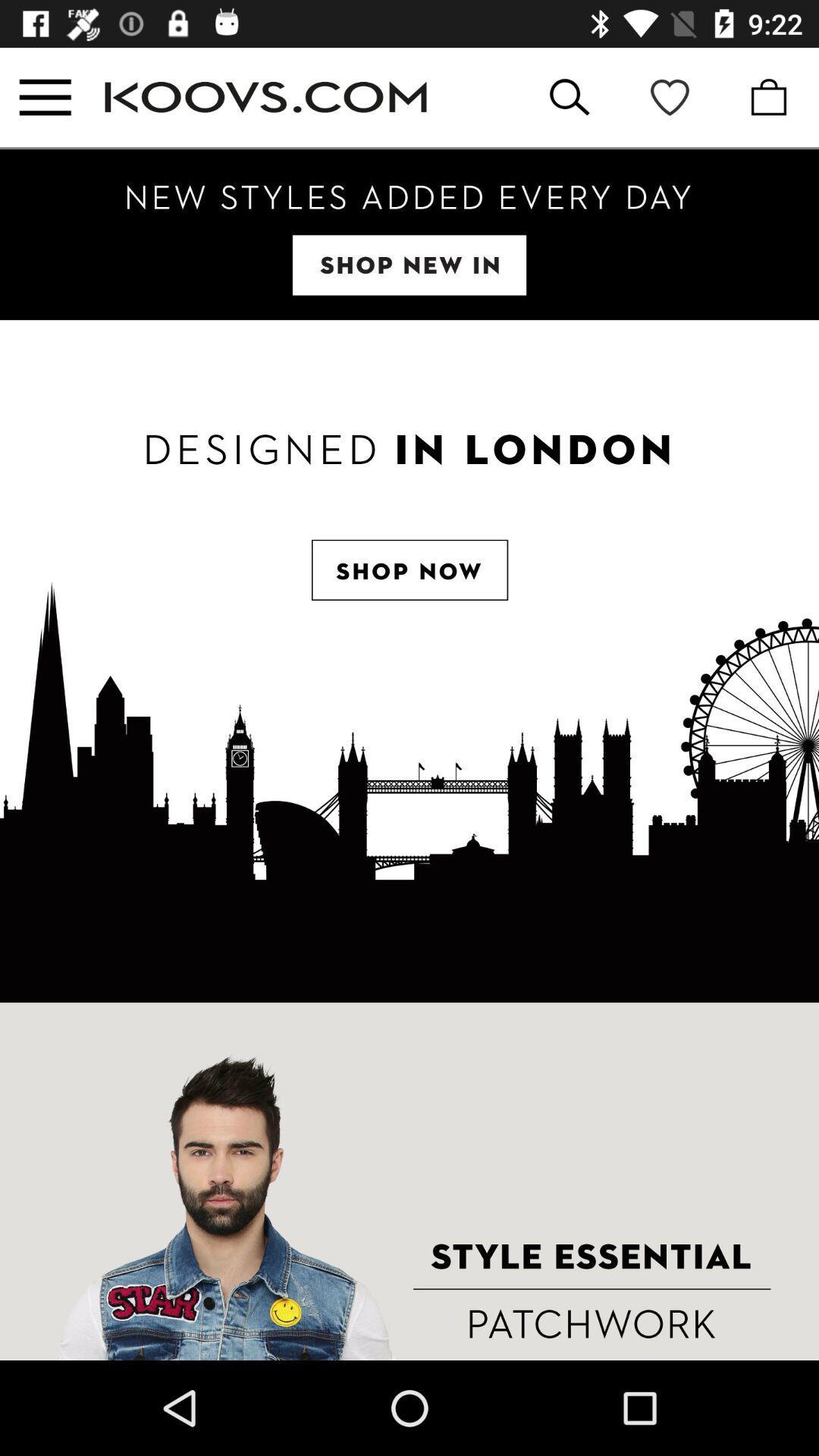  I want to click on main menu, so click(44, 96).